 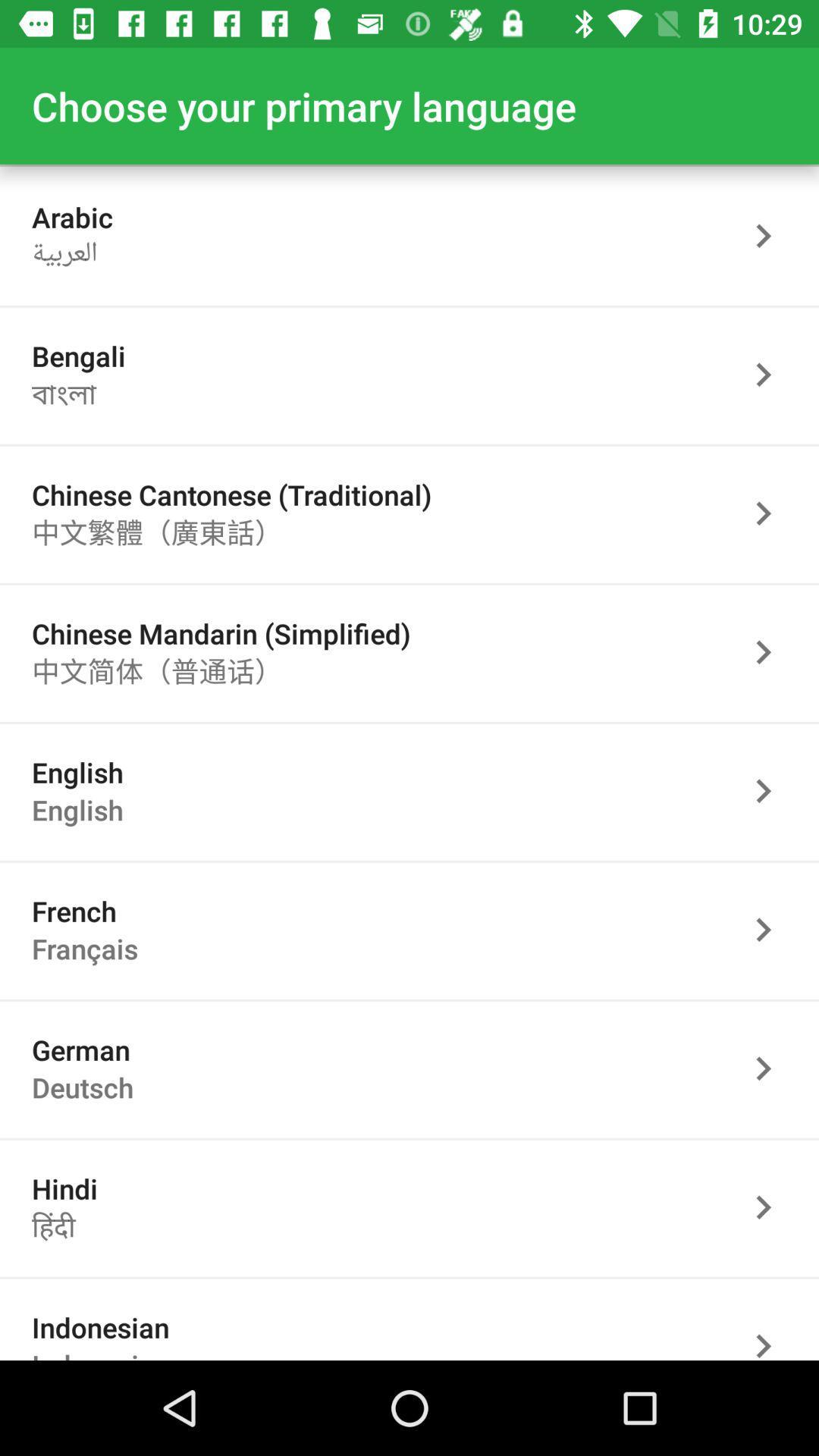 I want to click on the language, so click(x=771, y=929).